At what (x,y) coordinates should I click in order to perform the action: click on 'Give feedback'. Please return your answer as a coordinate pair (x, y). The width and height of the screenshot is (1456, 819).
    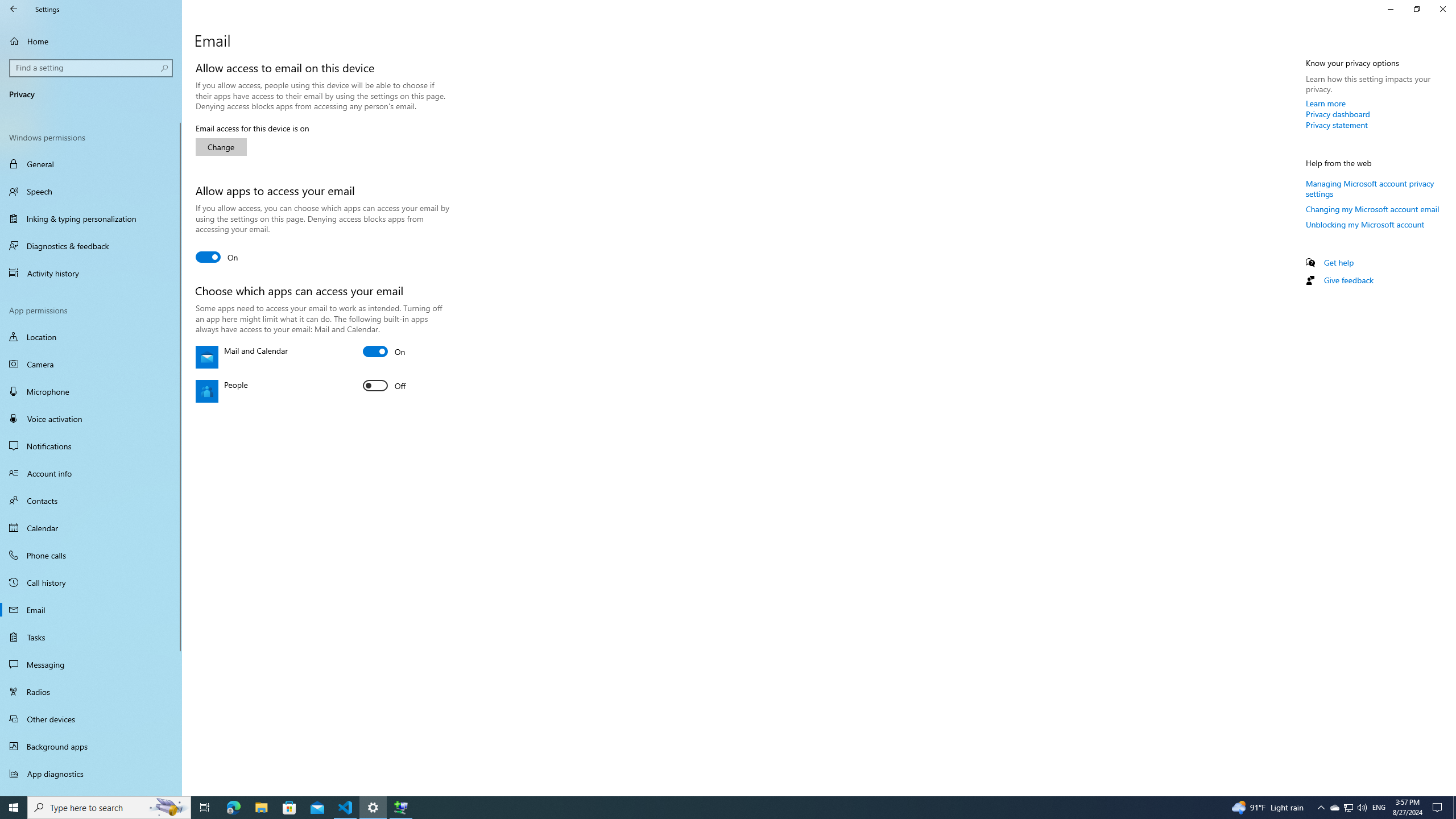
    Looking at the image, I should click on (1347, 279).